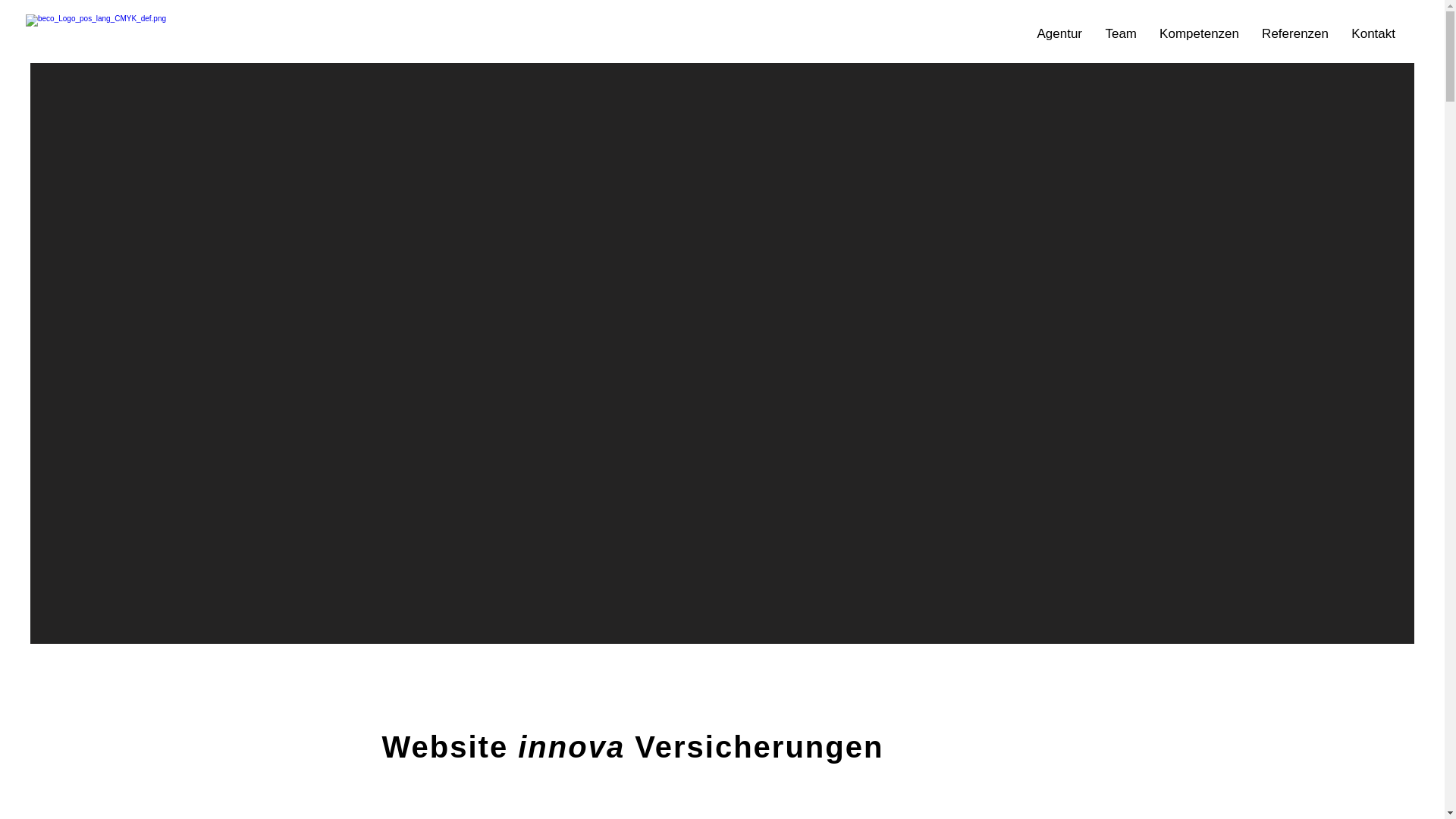  Describe the element at coordinates (1121, 34) in the screenshot. I see `'Team'` at that location.